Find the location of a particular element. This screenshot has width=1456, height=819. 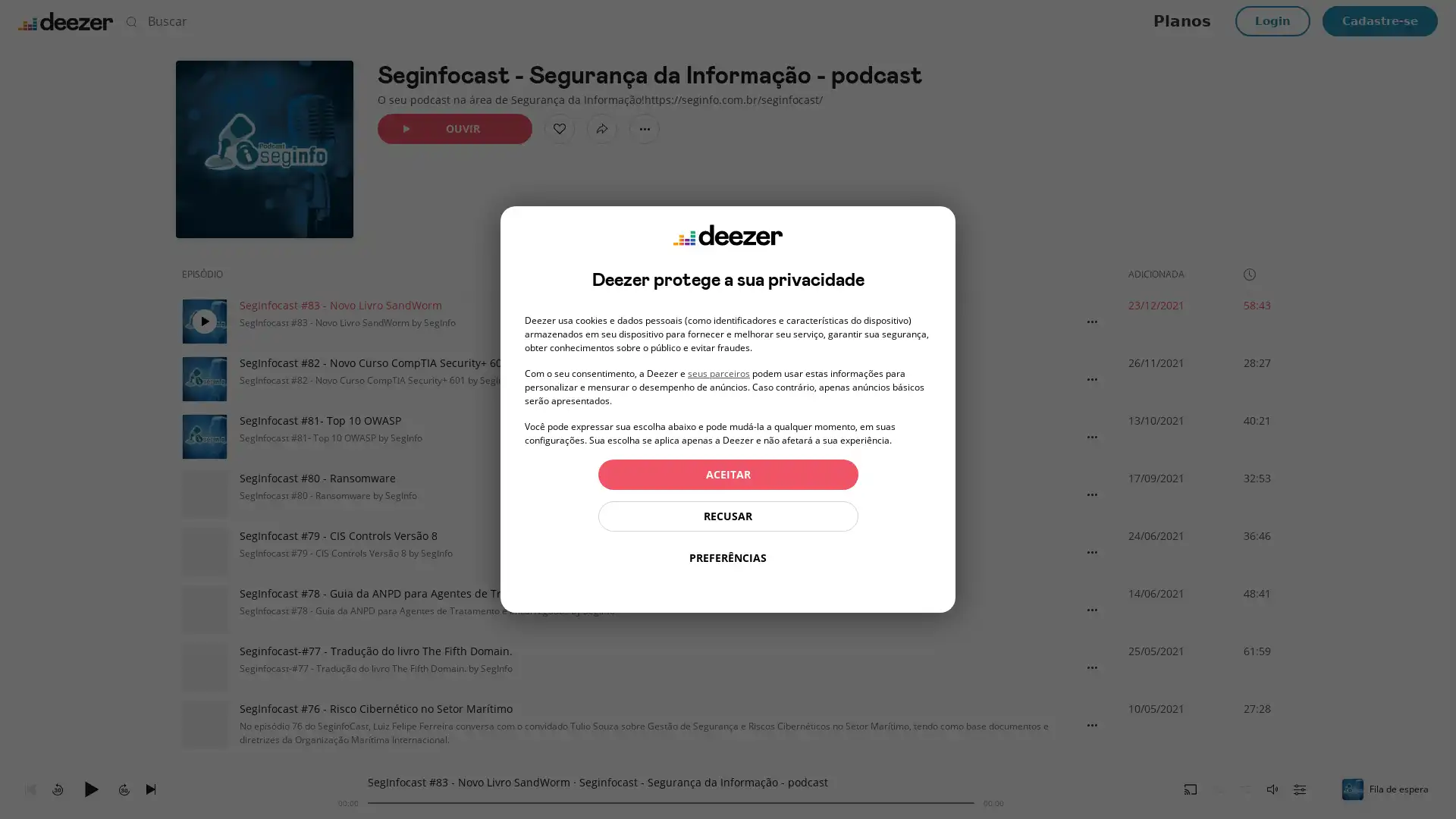

EPISODIO is located at coordinates (208, 274).